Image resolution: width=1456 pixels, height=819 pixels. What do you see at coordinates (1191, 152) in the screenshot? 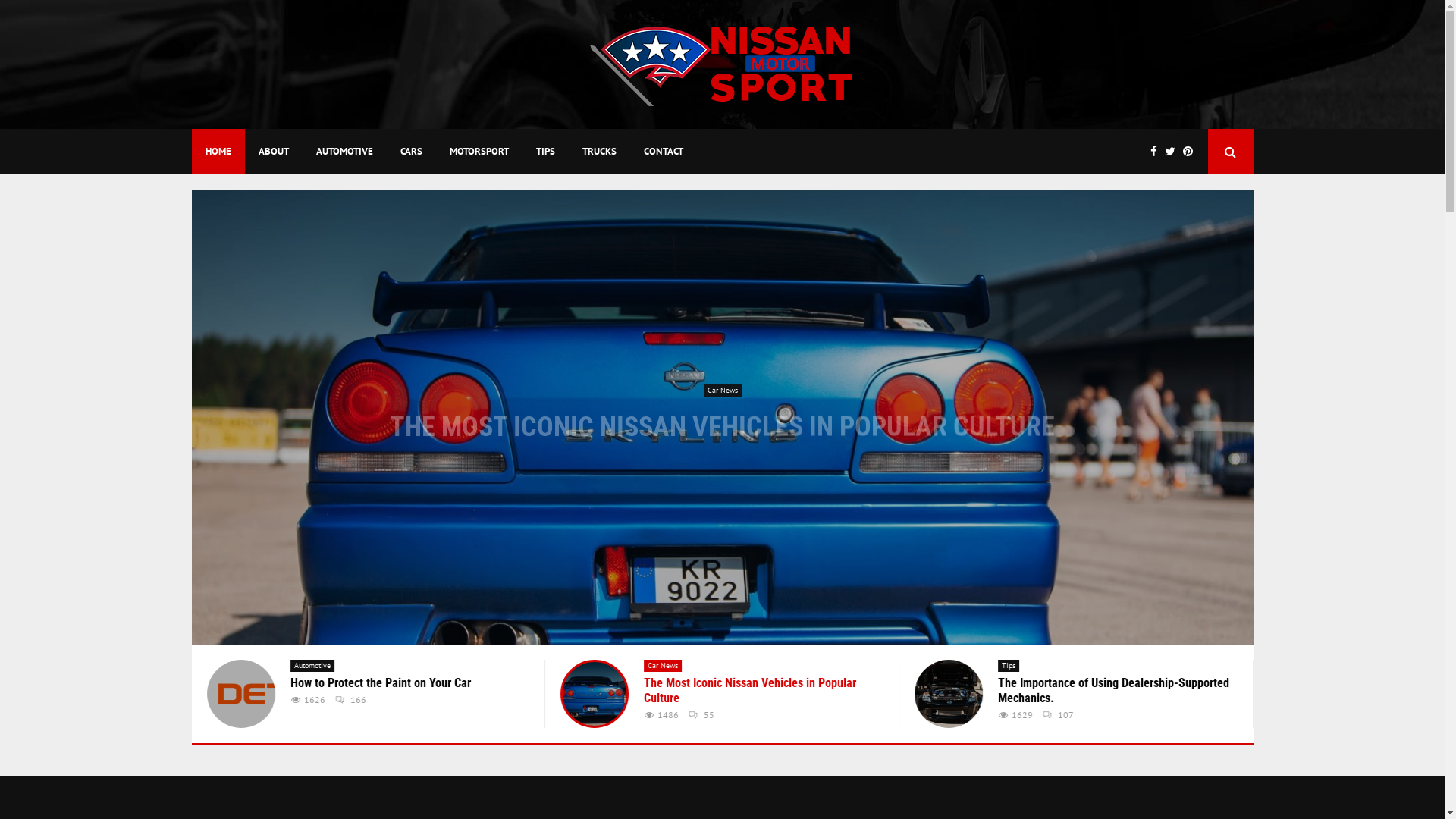
I see `'Pinterest'` at bounding box center [1191, 152].